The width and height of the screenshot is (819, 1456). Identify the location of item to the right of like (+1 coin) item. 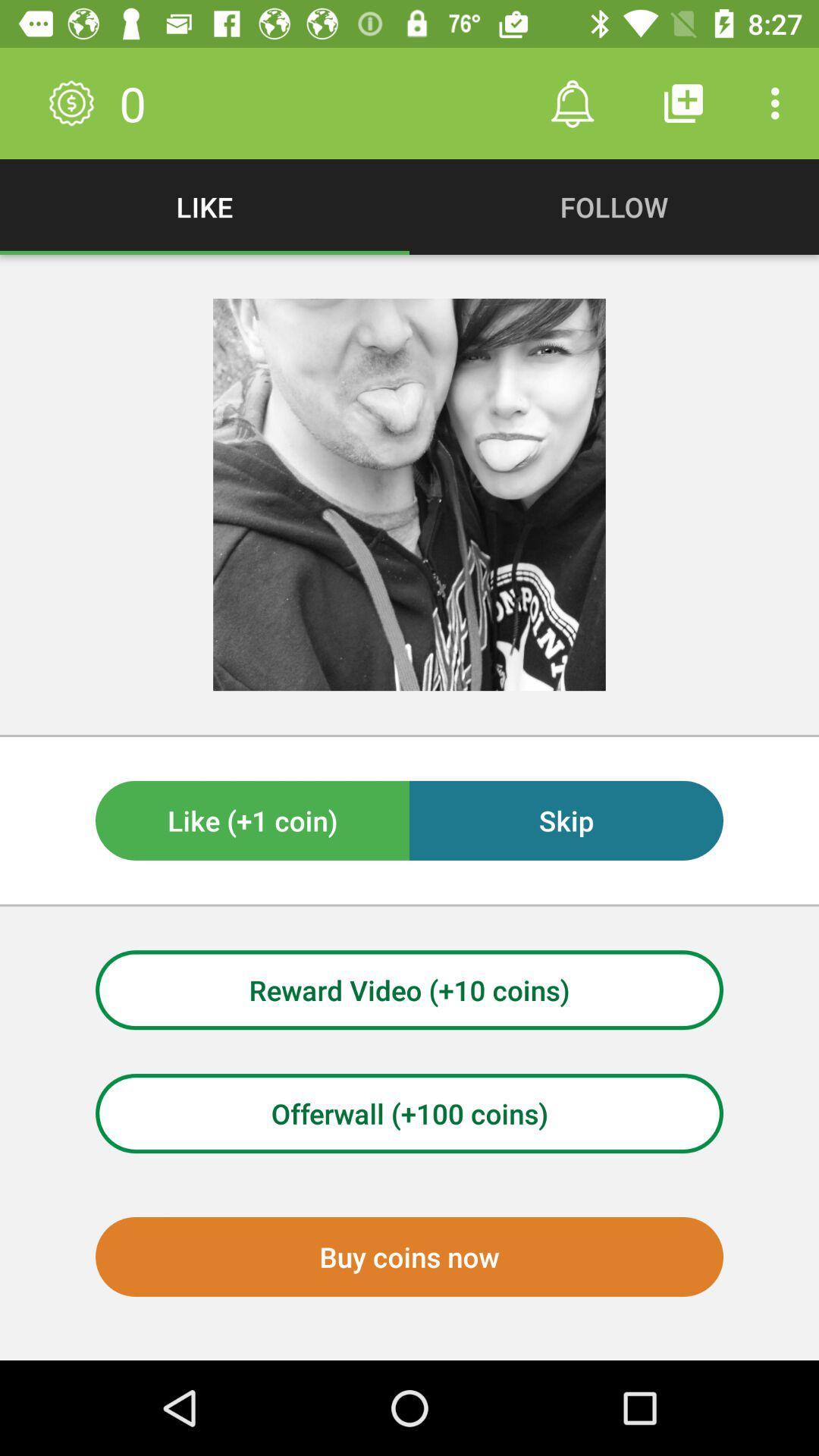
(566, 820).